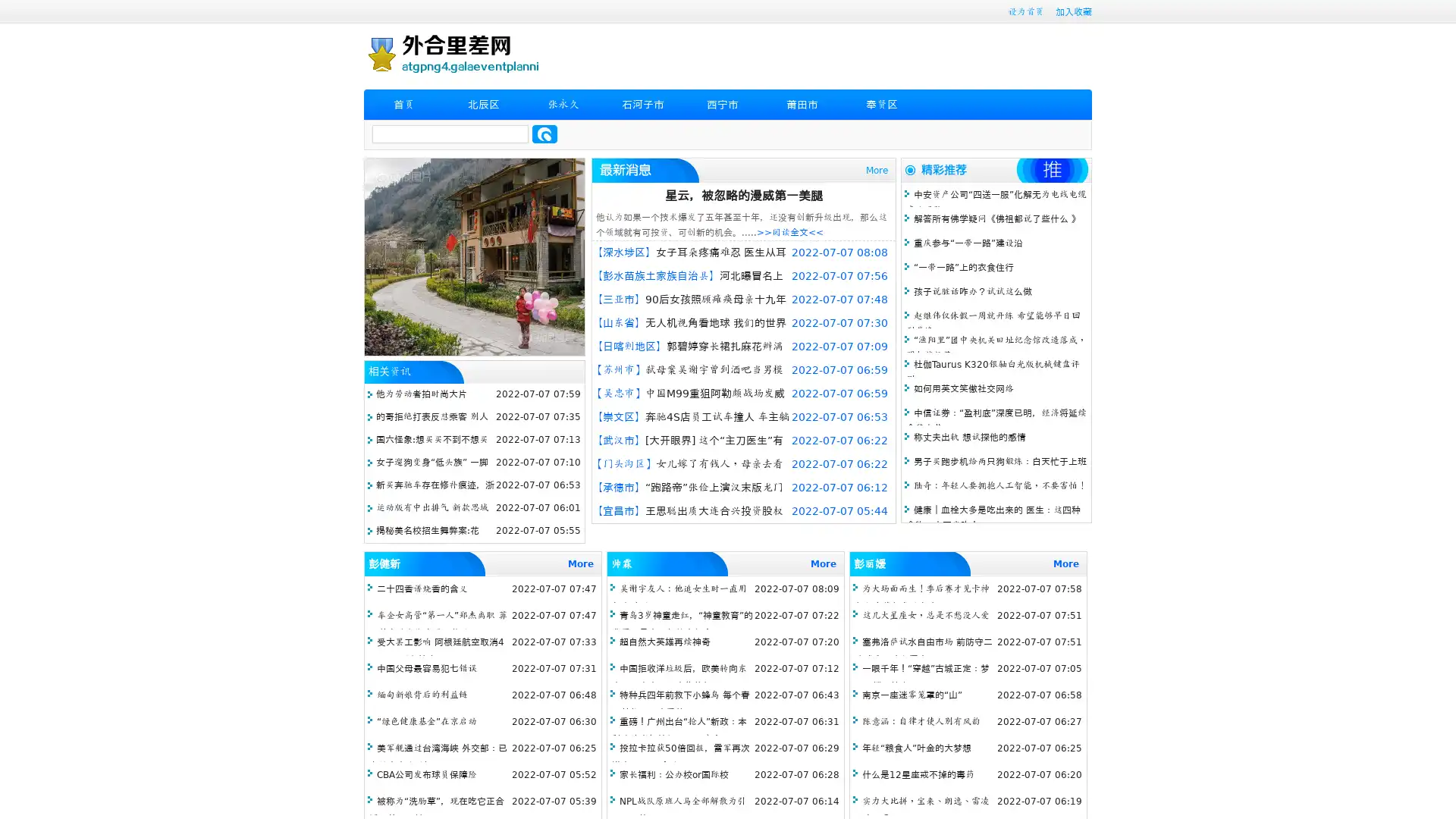 The image size is (1456, 819). Describe the element at coordinates (544, 133) in the screenshot. I see `Search` at that location.